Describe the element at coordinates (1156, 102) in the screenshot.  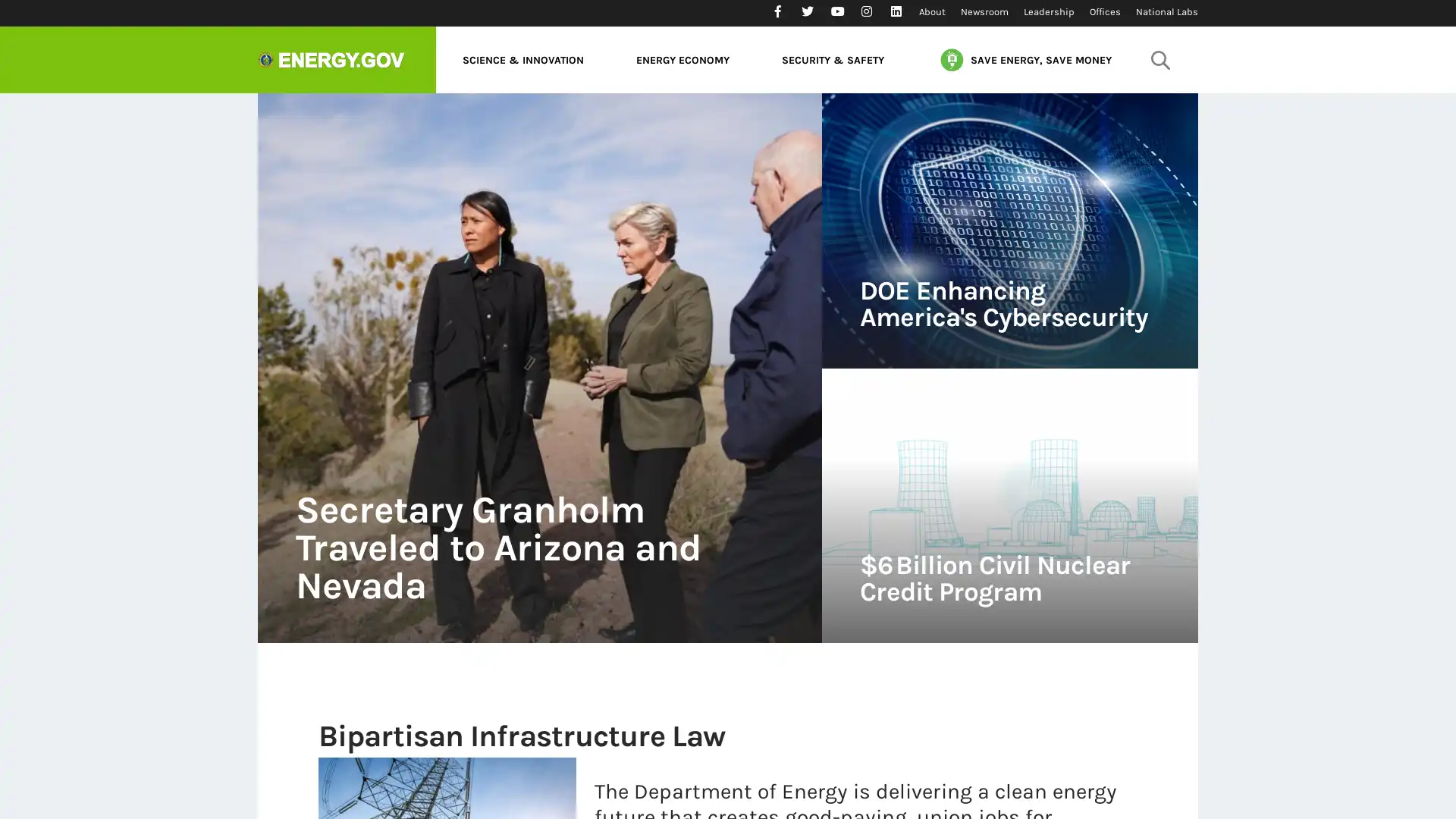
I see `SEARCH` at that location.